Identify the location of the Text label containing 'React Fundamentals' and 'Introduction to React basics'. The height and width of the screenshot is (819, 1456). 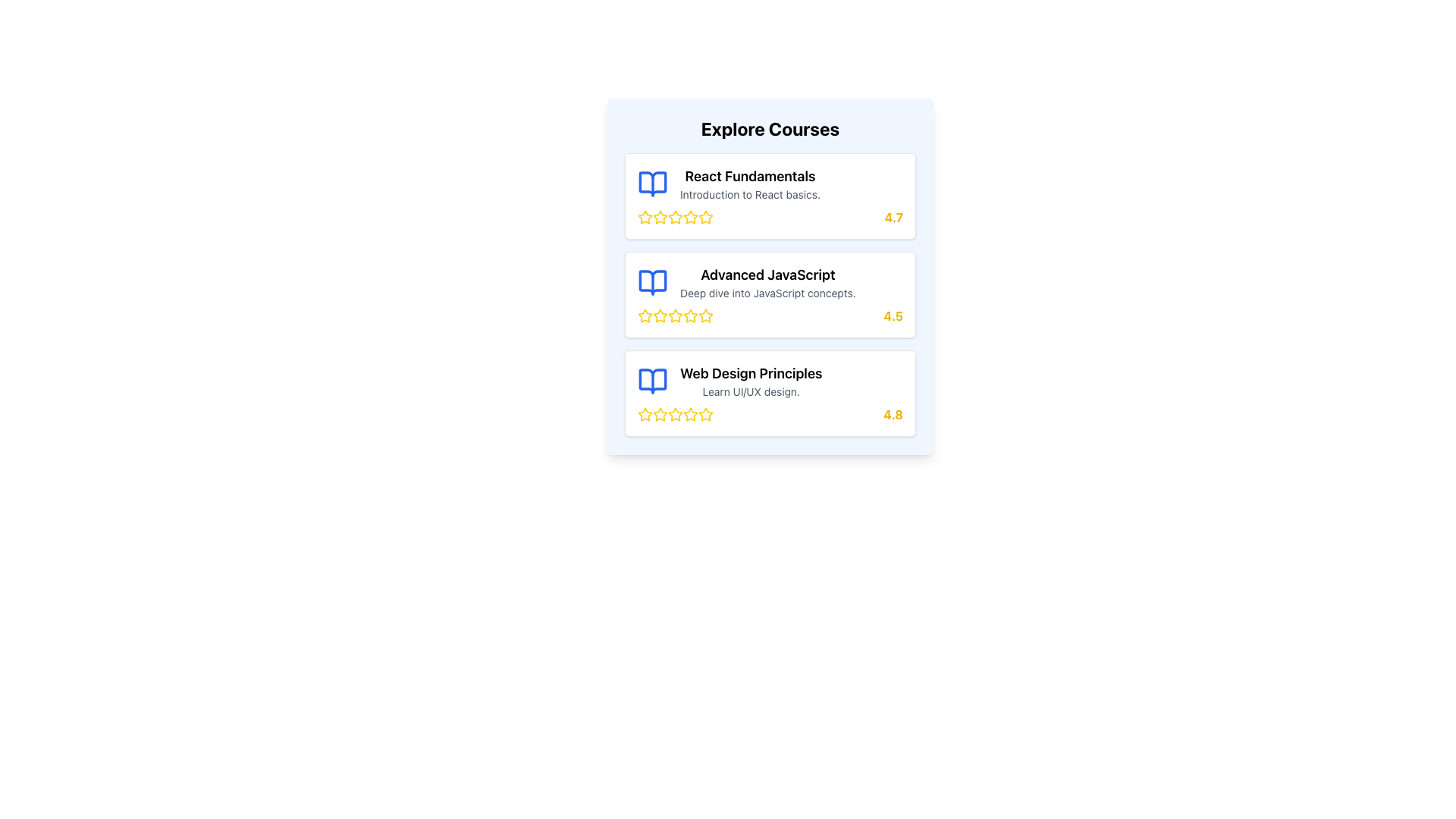
(750, 184).